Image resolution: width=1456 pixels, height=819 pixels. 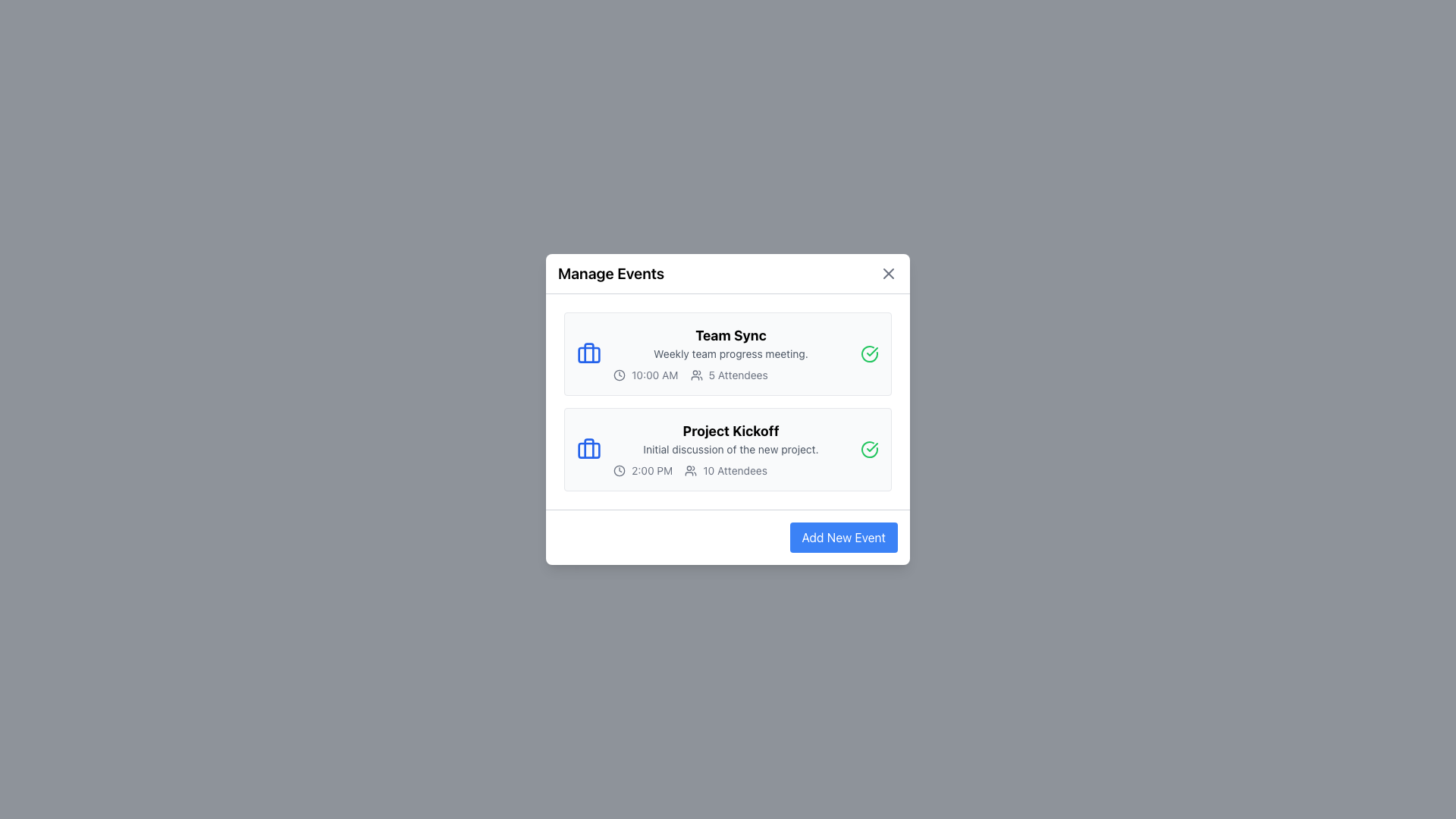 I want to click on the second list item titled 'Project Kickoff' in the 'Manage Events' popup, which includes a description and attendee information, so click(x=731, y=449).